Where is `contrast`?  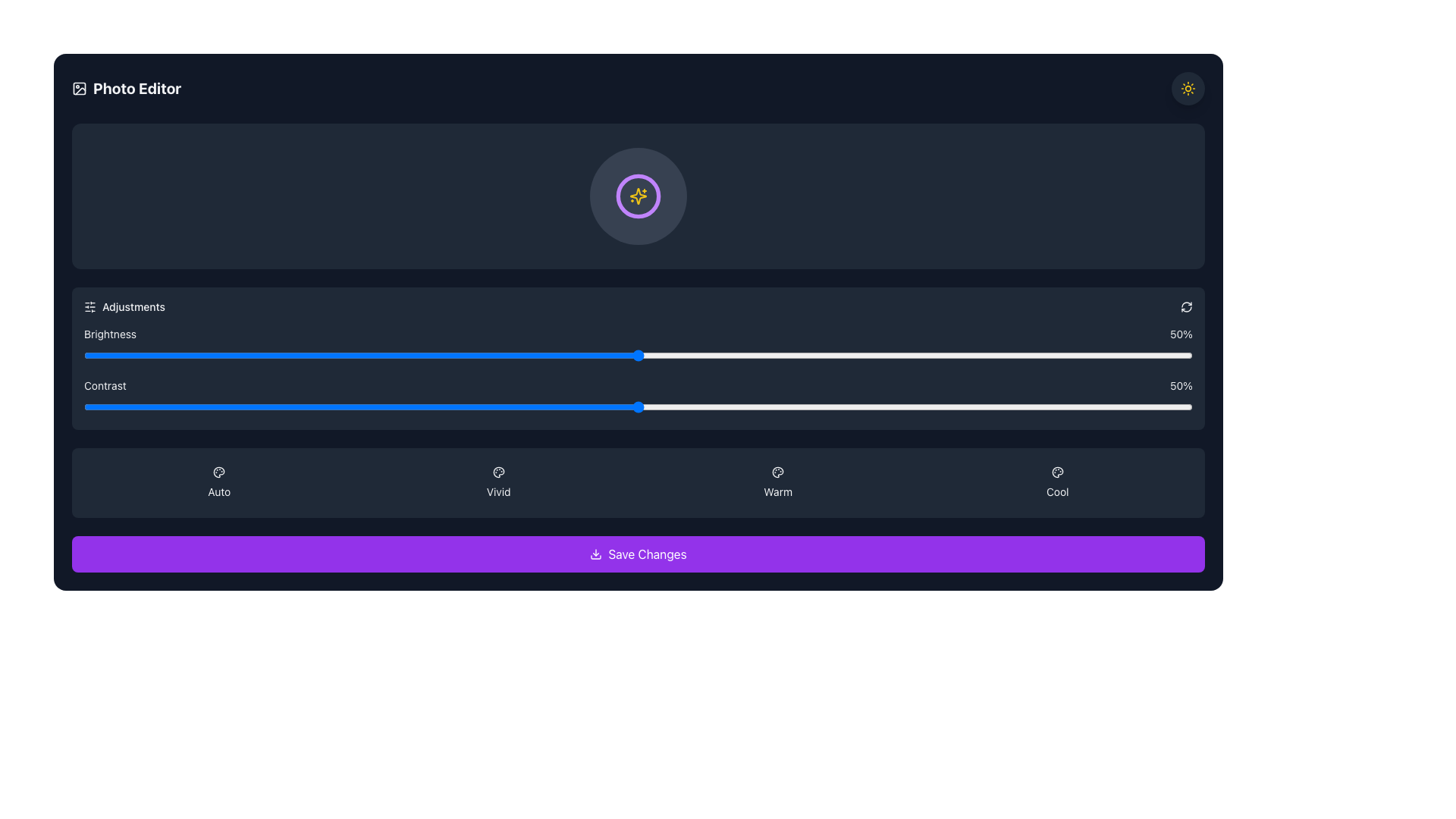
contrast is located at coordinates (360, 356).